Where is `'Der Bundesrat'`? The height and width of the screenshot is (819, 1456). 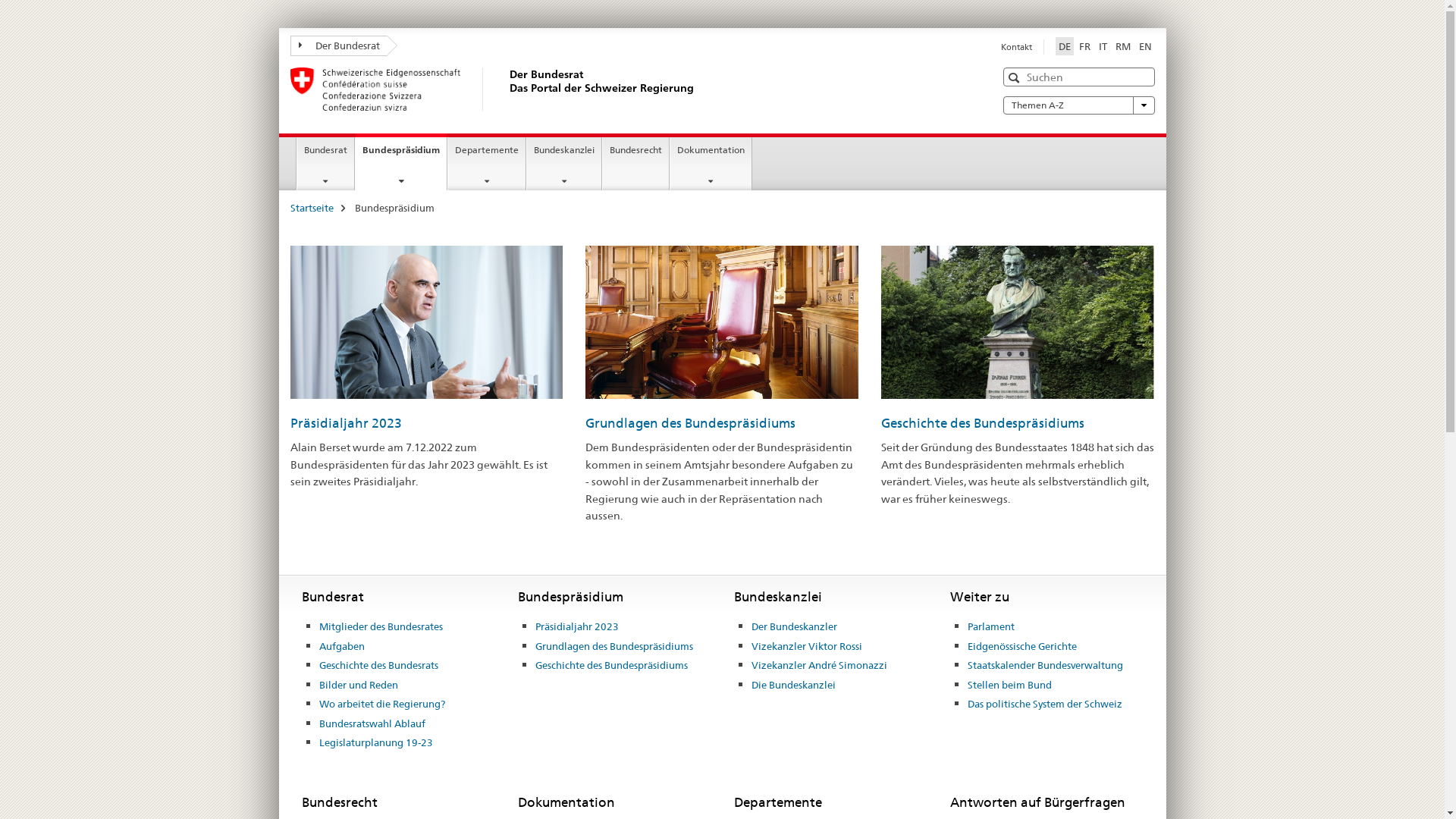 'Der Bundesrat' is located at coordinates (337, 45).